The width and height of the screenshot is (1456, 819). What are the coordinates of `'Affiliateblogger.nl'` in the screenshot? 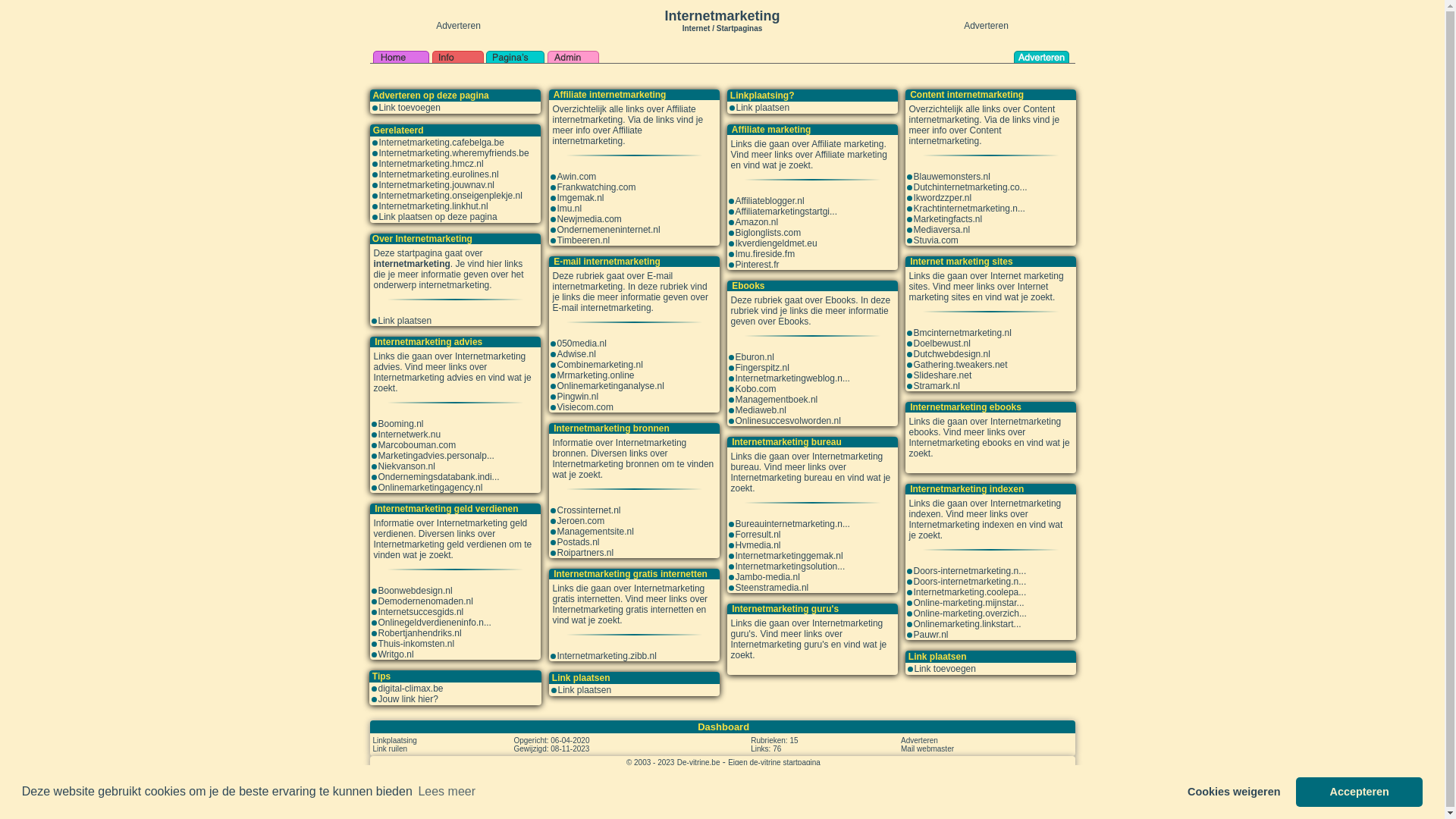 It's located at (770, 200).